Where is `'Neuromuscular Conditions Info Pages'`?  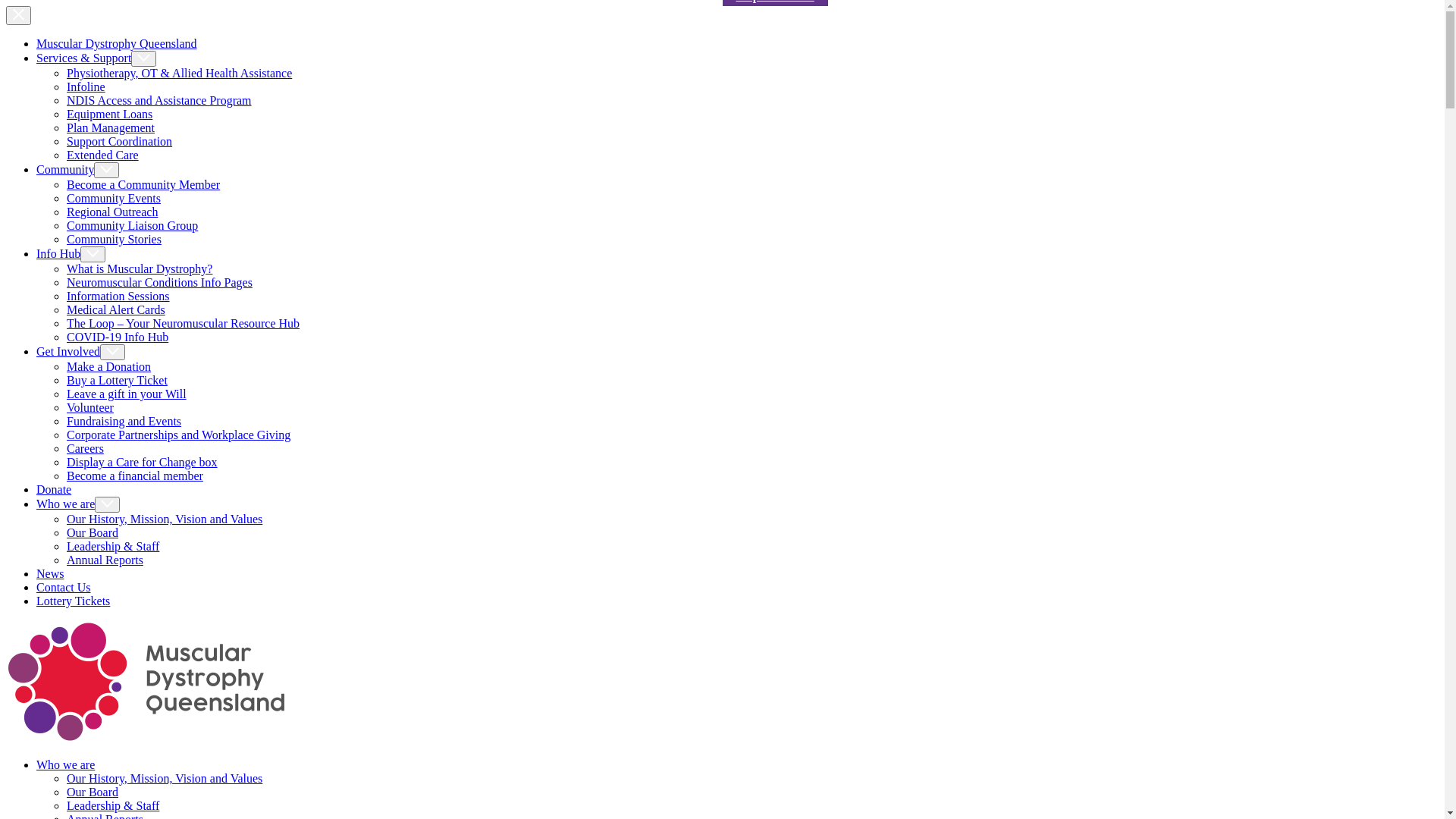 'Neuromuscular Conditions Info Pages' is located at coordinates (159, 282).